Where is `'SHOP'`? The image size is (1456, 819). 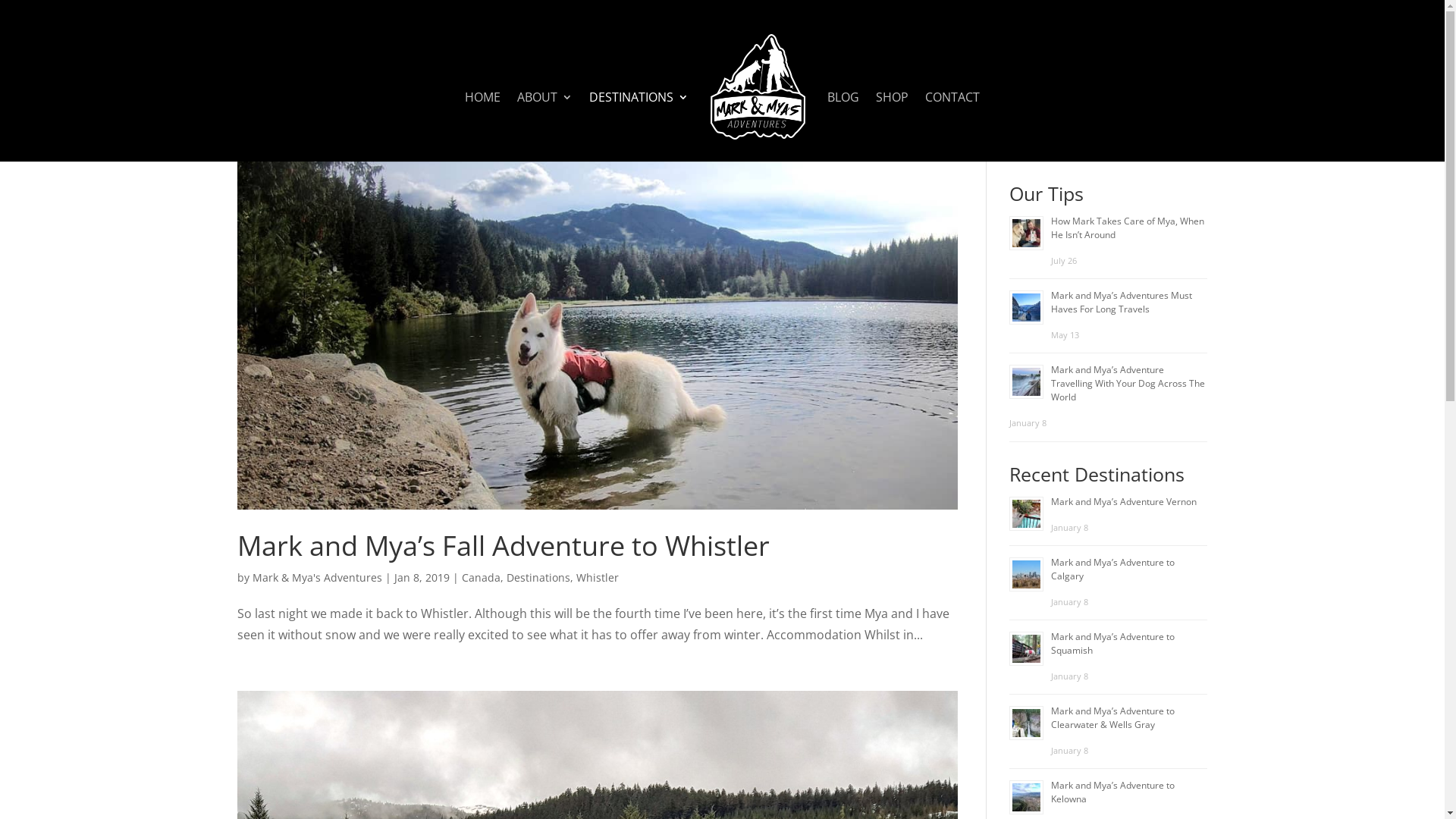
'SHOP' is located at coordinates (876, 125).